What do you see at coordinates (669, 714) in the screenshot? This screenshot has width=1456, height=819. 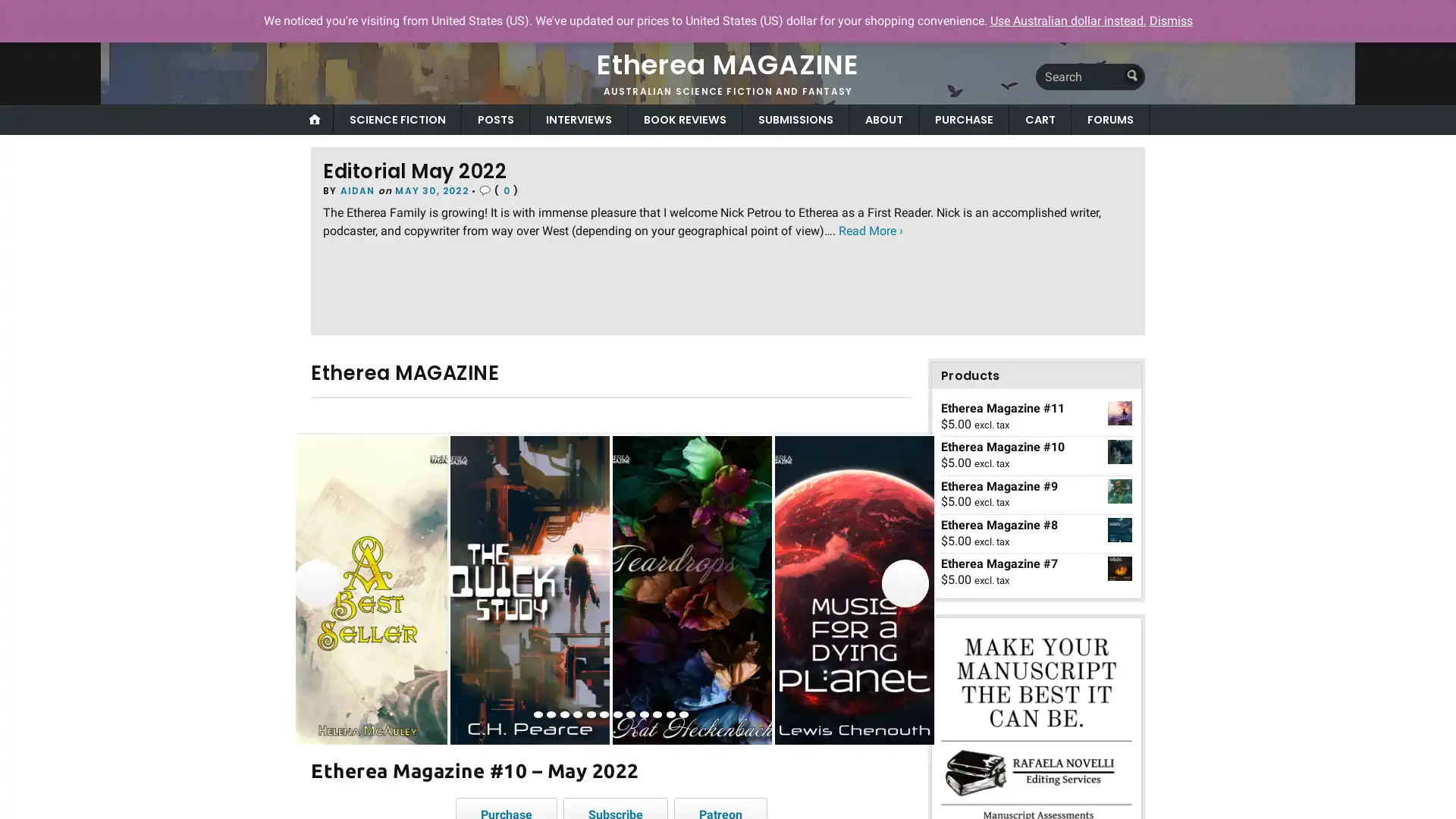 I see `view image 11 of 12 in carousel` at bounding box center [669, 714].